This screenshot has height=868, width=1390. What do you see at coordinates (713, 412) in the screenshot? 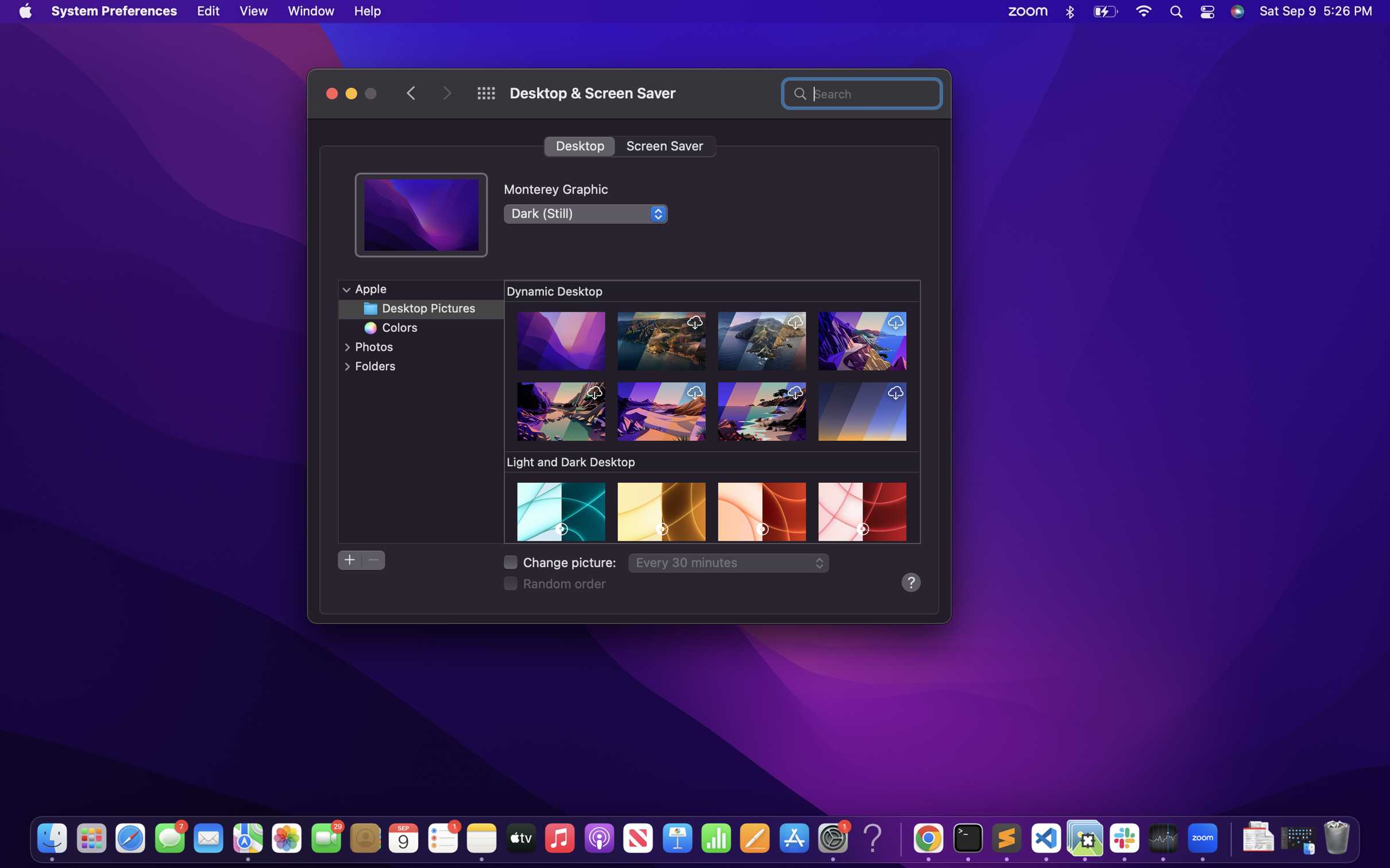
I see `Scroll down` at bounding box center [713, 412].